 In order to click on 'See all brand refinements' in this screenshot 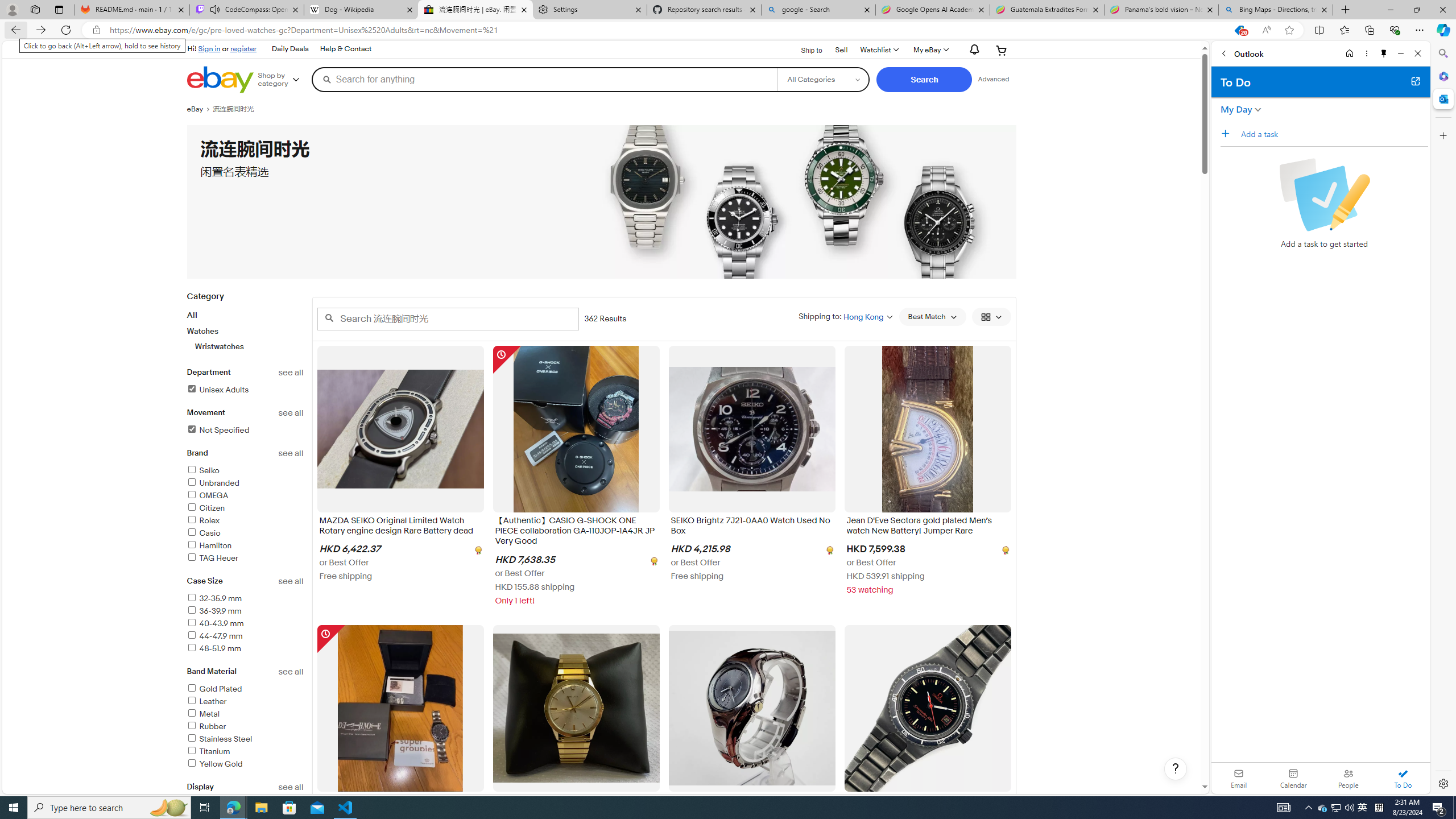, I will do `click(291, 453)`.